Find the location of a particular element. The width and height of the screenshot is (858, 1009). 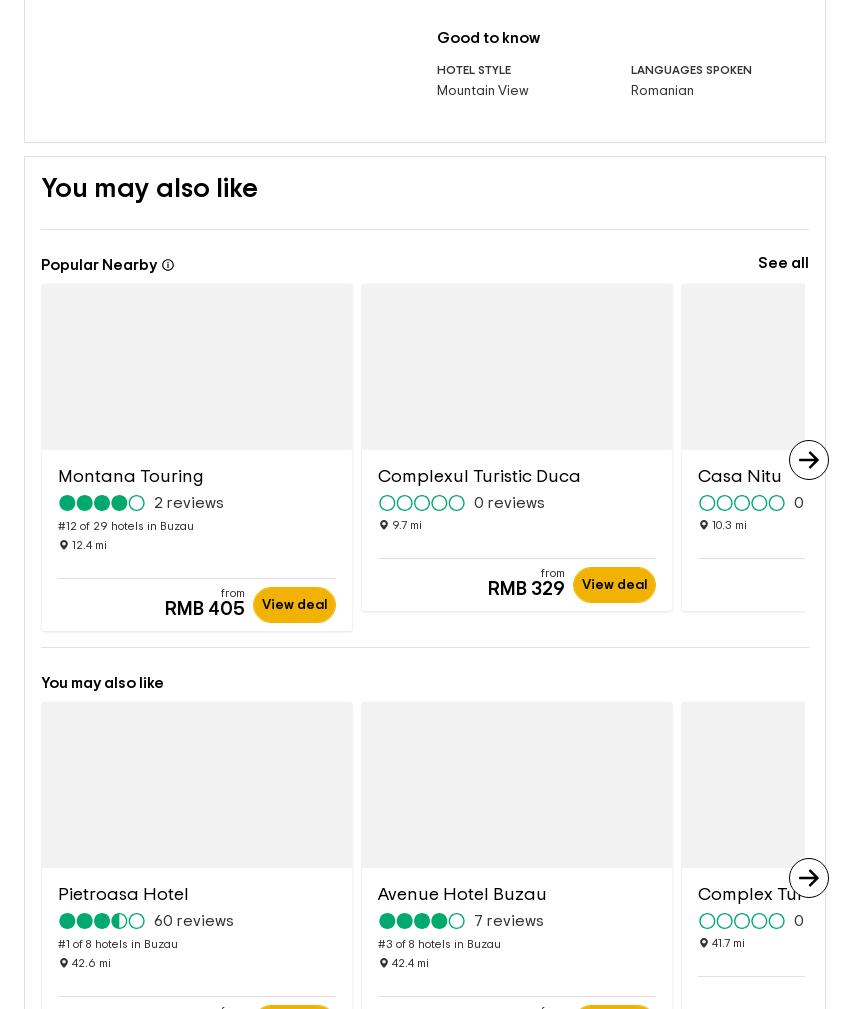

'See all' is located at coordinates (782, 229).